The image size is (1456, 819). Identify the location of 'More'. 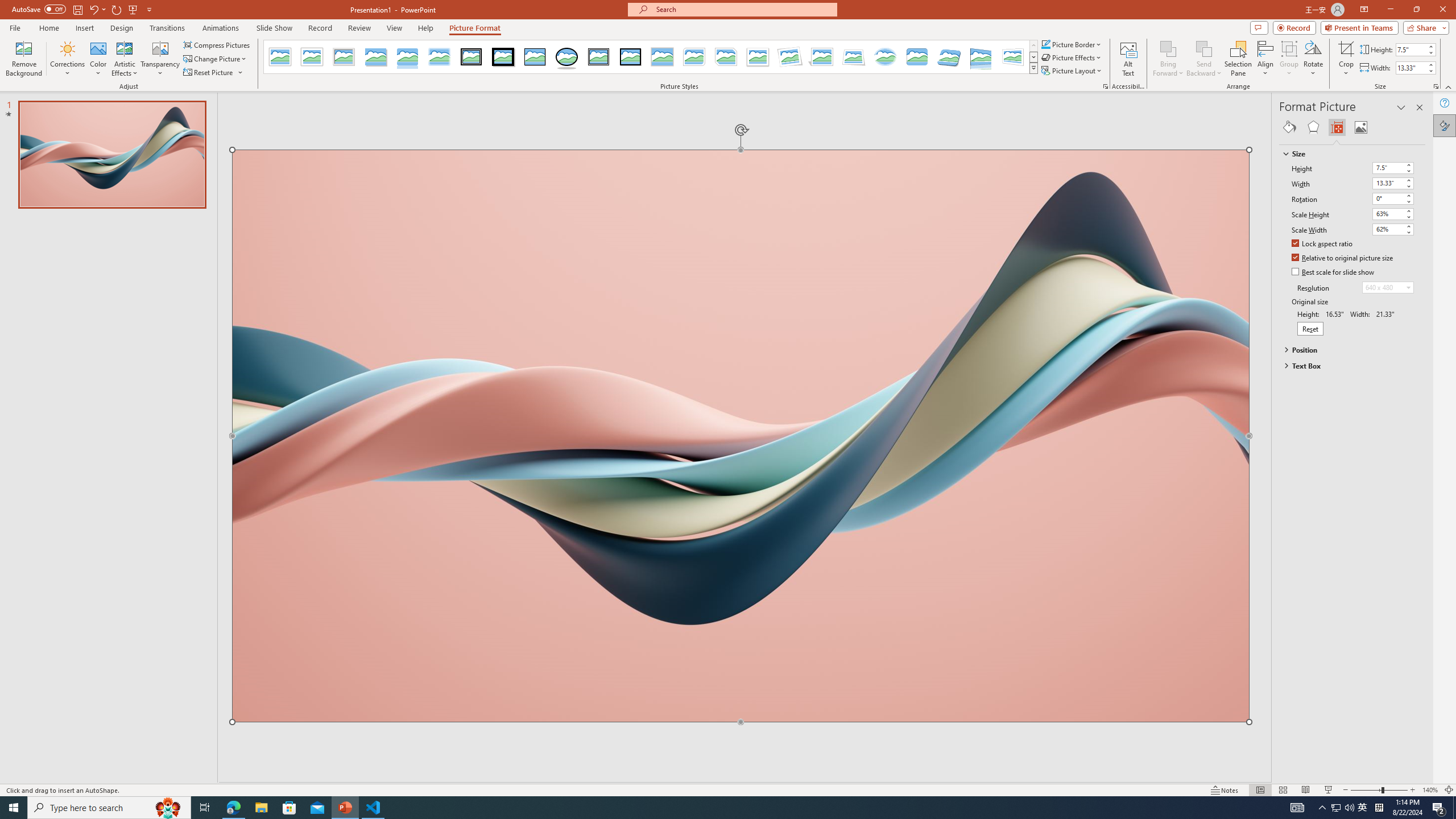
(1430, 65).